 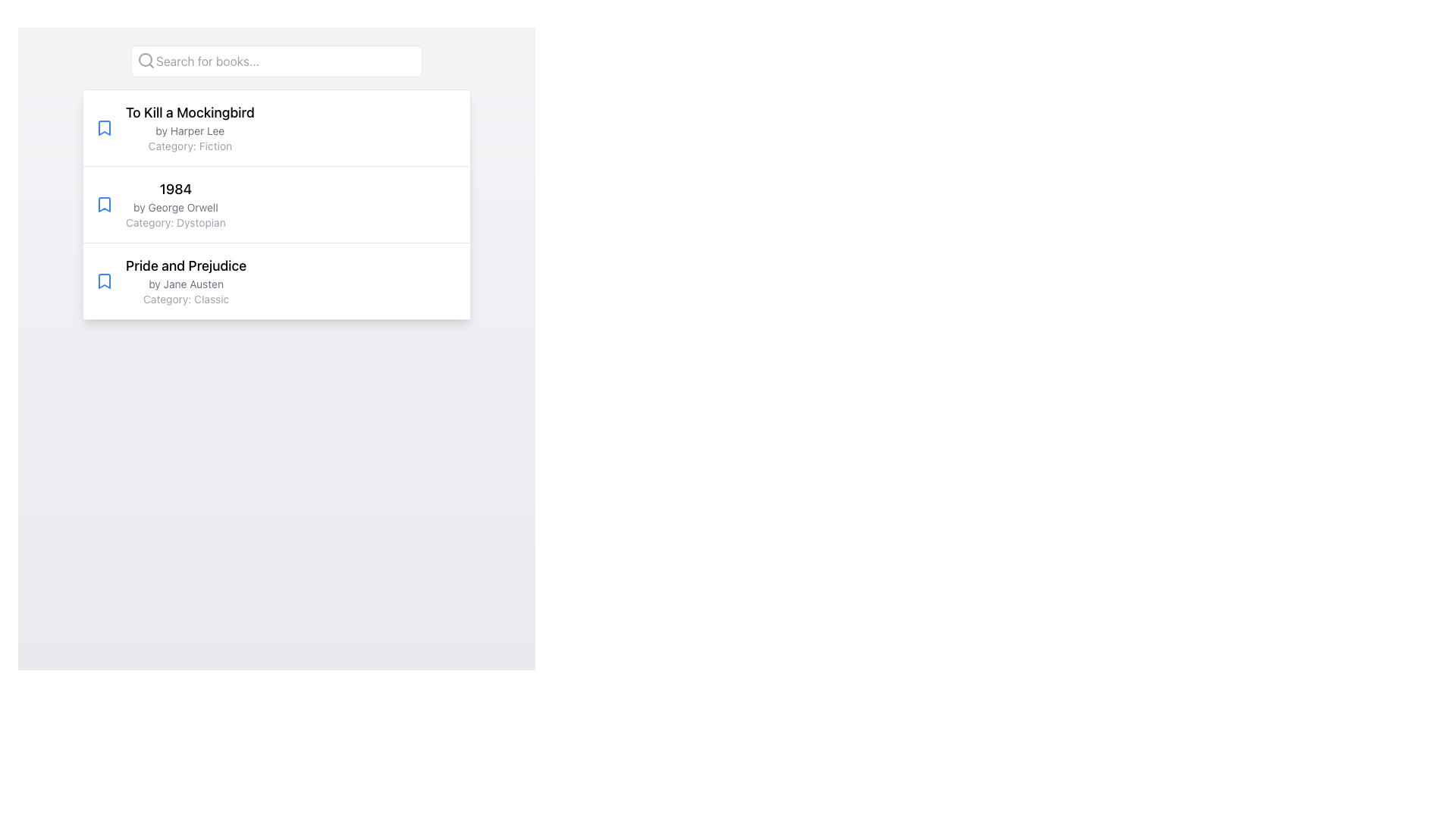 I want to click on the text label displaying 'by Jane Austen', which is styled in gray and located beneath the title 'Pride and Prejudice' in the book listing, so click(x=185, y=284).